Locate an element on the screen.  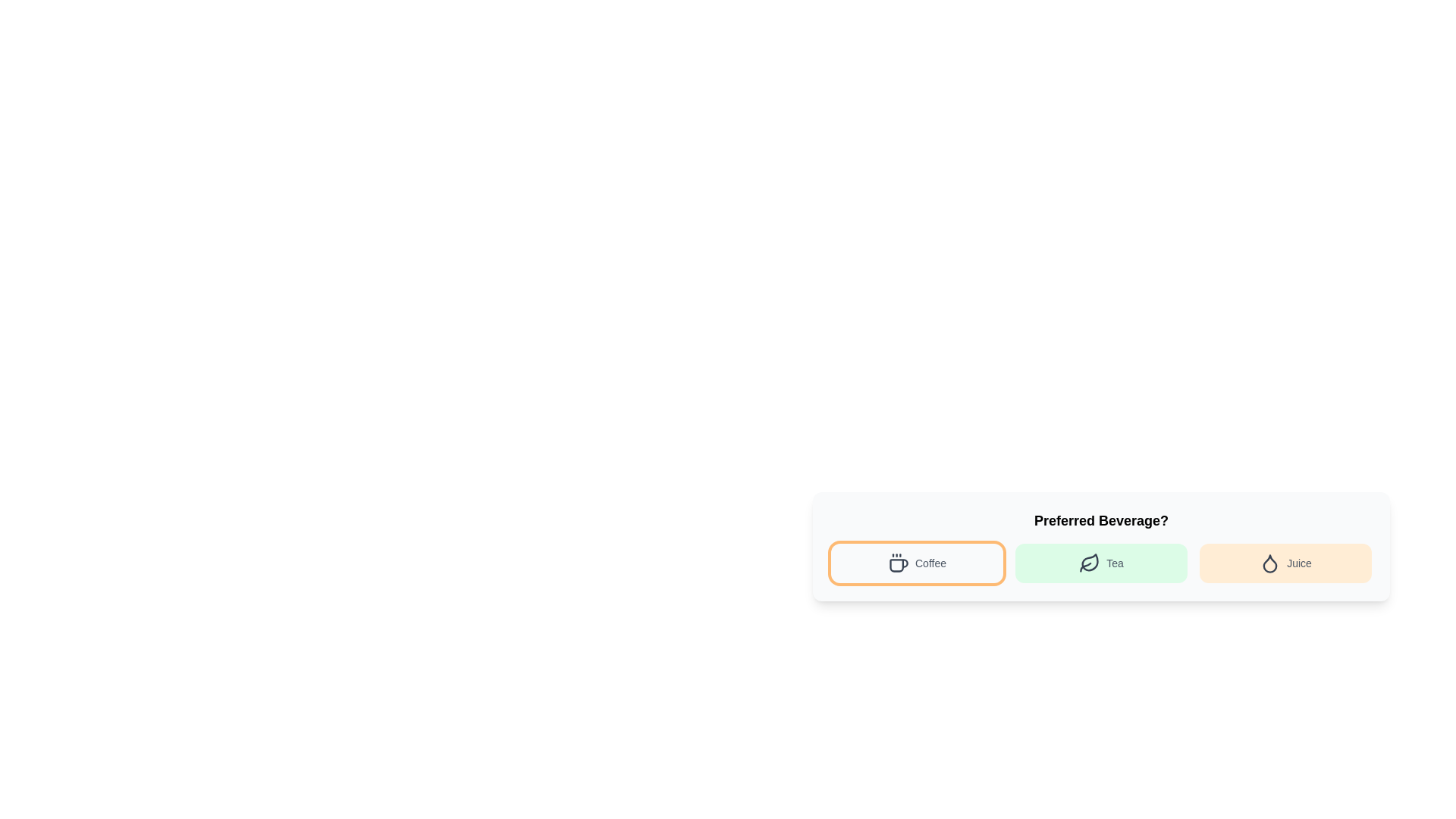
the static text label describing the option to select 'Tea', which is located within a green button, positioned between a leaf icon and the 'Juice' option is located at coordinates (1115, 563).